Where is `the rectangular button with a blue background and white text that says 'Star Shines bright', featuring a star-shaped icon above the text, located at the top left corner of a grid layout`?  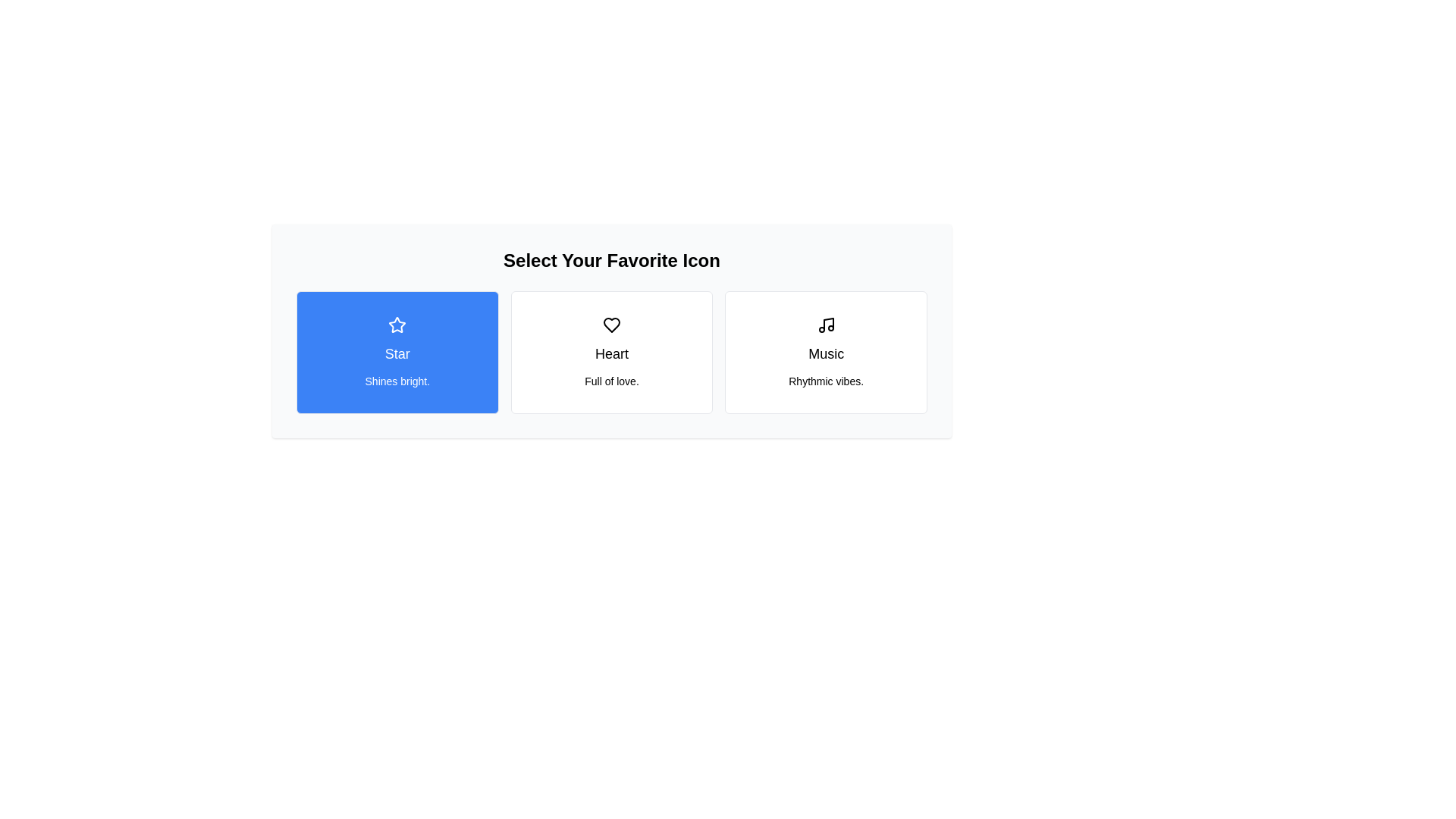 the rectangular button with a blue background and white text that says 'Star Shines bright', featuring a star-shaped icon above the text, located at the top left corner of a grid layout is located at coordinates (397, 353).